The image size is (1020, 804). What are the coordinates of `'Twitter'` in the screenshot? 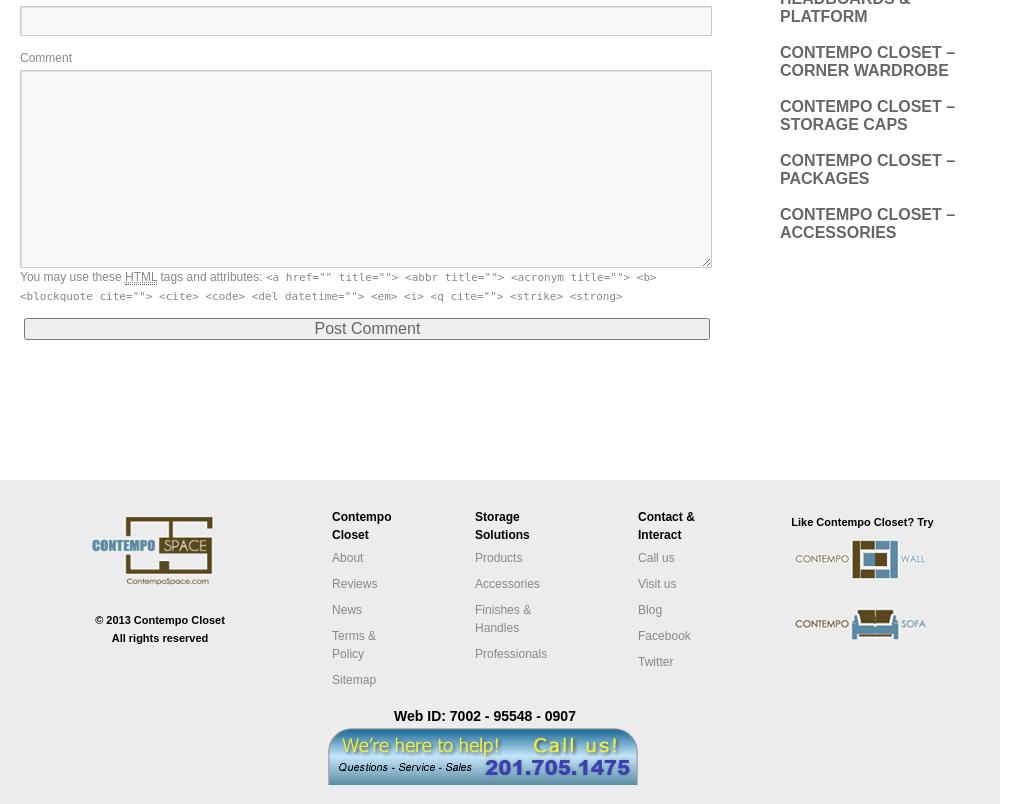 It's located at (638, 659).